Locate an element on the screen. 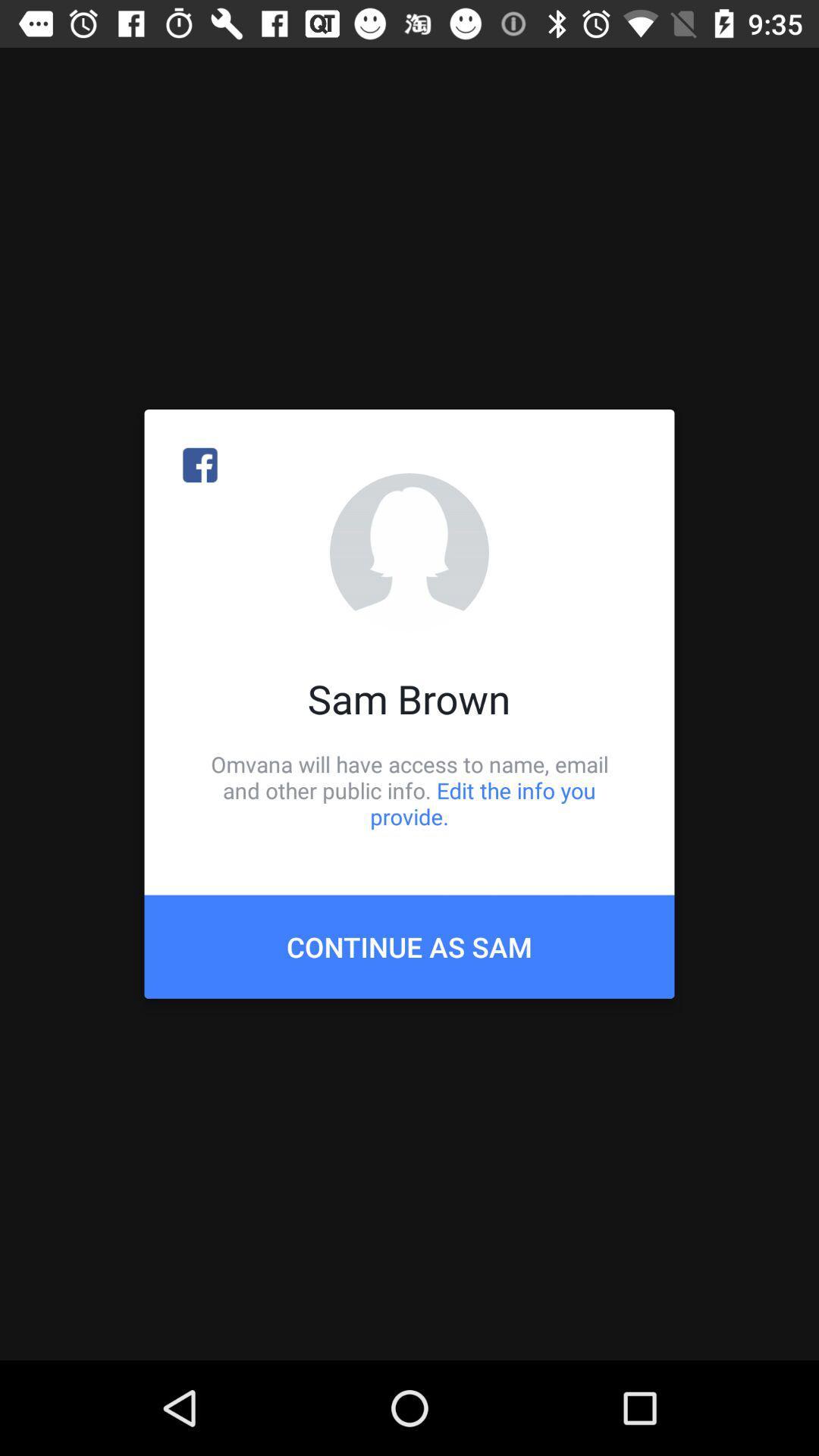 The width and height of the screenshot is (819, 1456). continue as sam icon is located at coordinates (409, 946).